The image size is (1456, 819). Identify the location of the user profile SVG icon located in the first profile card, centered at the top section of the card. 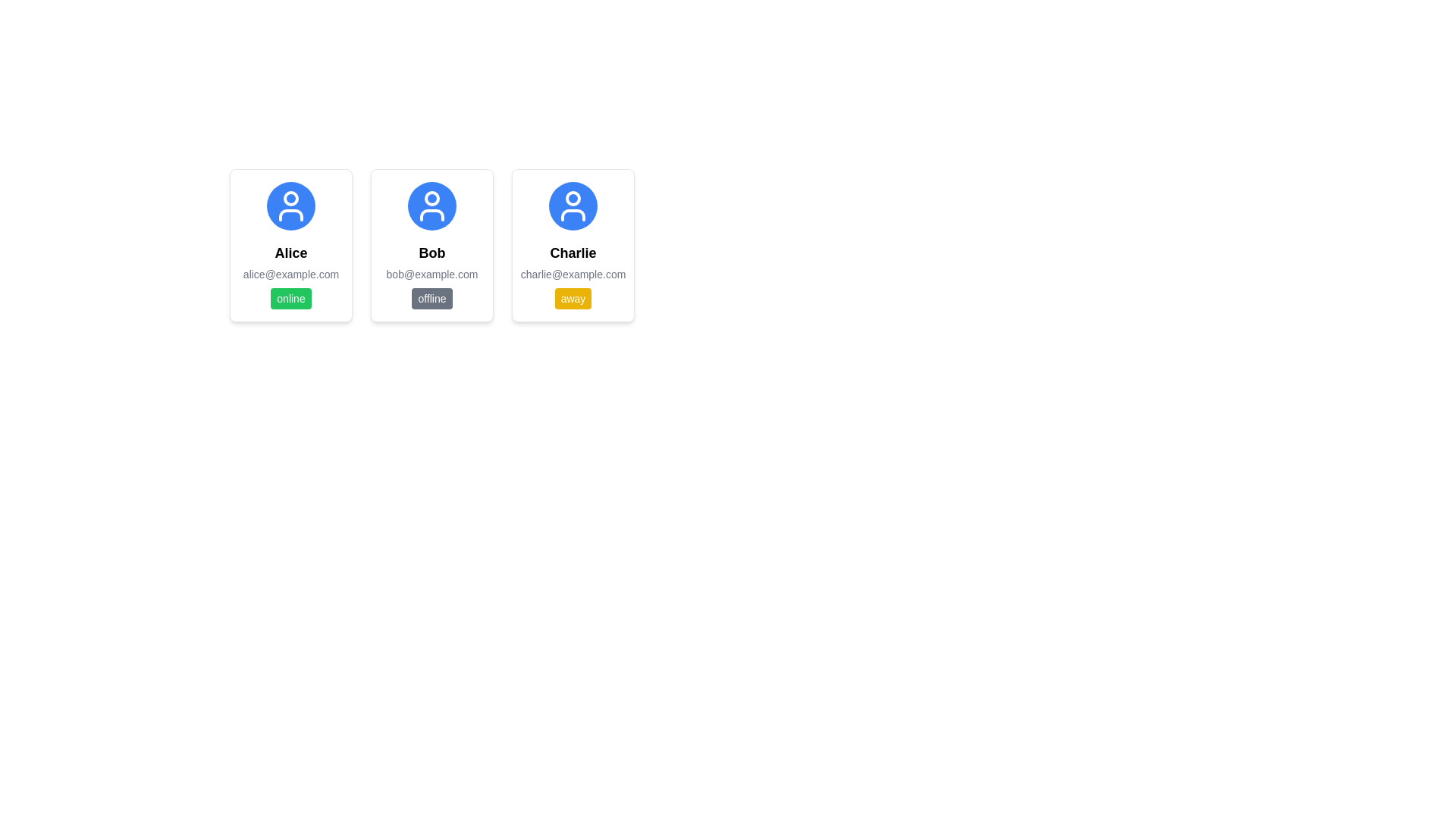
(291, 206).